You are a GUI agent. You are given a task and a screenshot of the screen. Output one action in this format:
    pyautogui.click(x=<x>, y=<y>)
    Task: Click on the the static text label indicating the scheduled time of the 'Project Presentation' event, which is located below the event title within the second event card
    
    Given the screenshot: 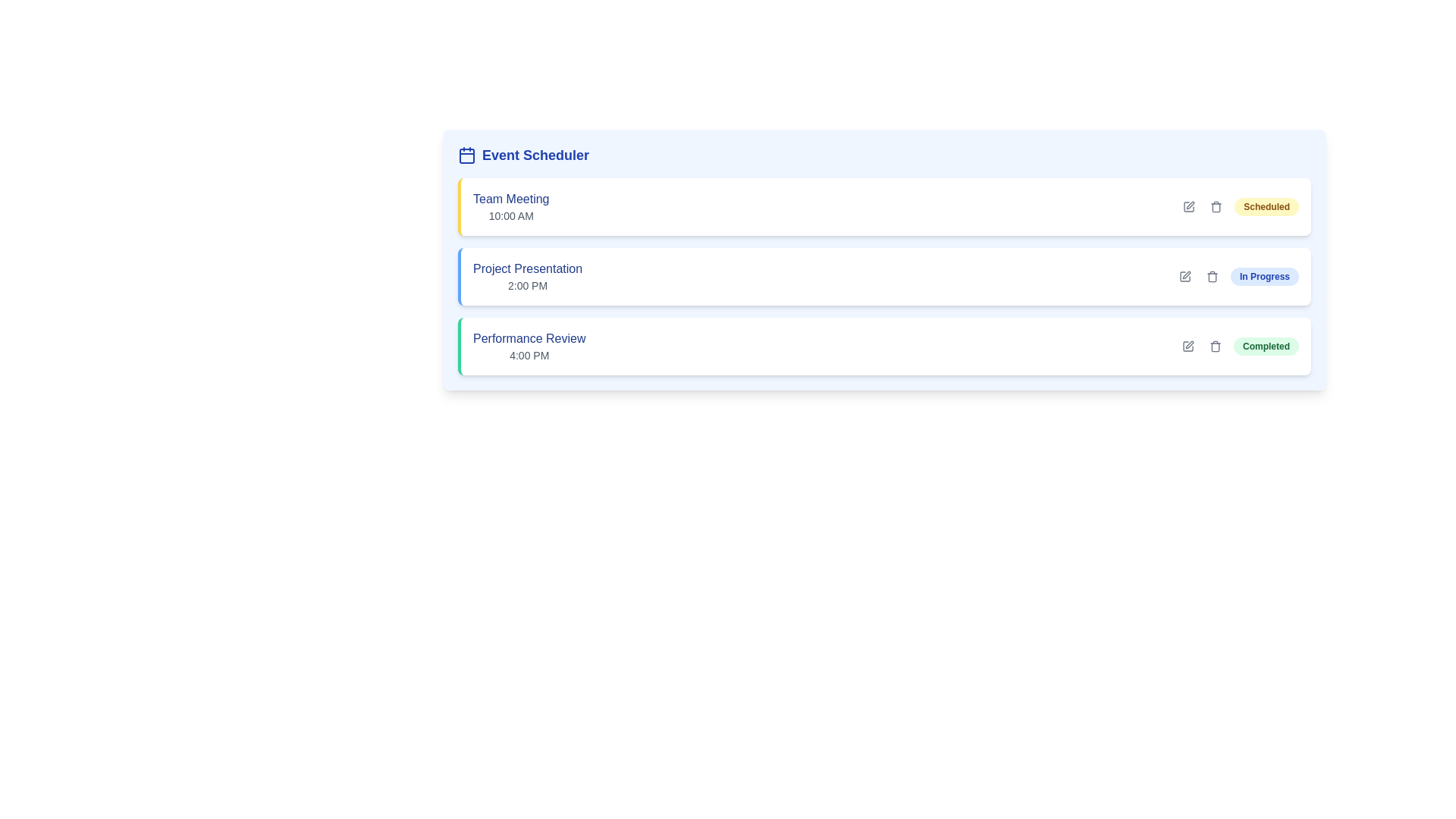 What is the action you would take?
    pyautogui.click(x=528, y=286)
    